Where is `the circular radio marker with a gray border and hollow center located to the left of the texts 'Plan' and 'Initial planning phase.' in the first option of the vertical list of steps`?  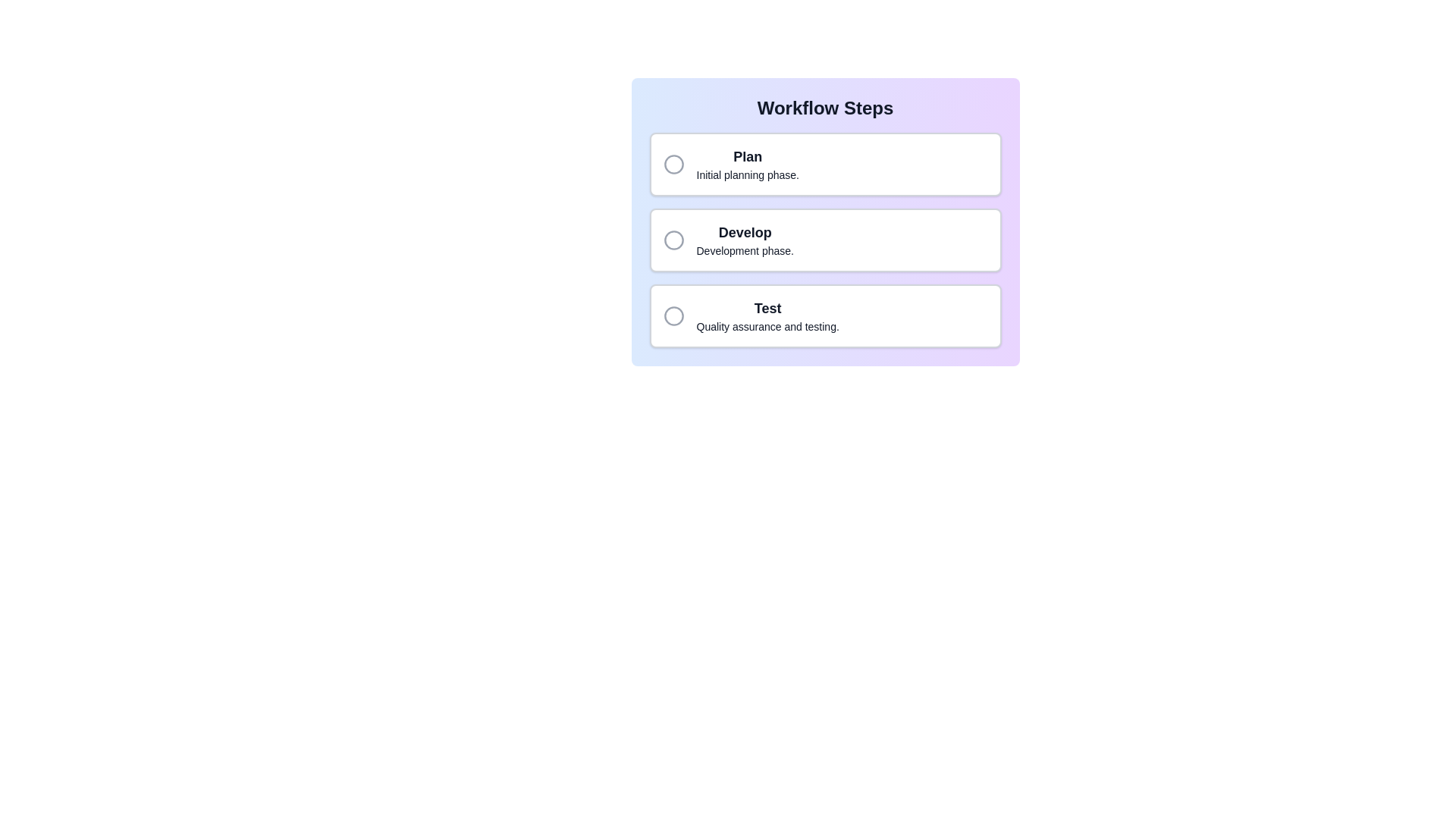
the circular radio marker with a gray border and hollow center located to the left of the texts 'Plan' and 'Initial planning phase.' in the first option of the vertical list of steps is located at coordinates (673, 164).